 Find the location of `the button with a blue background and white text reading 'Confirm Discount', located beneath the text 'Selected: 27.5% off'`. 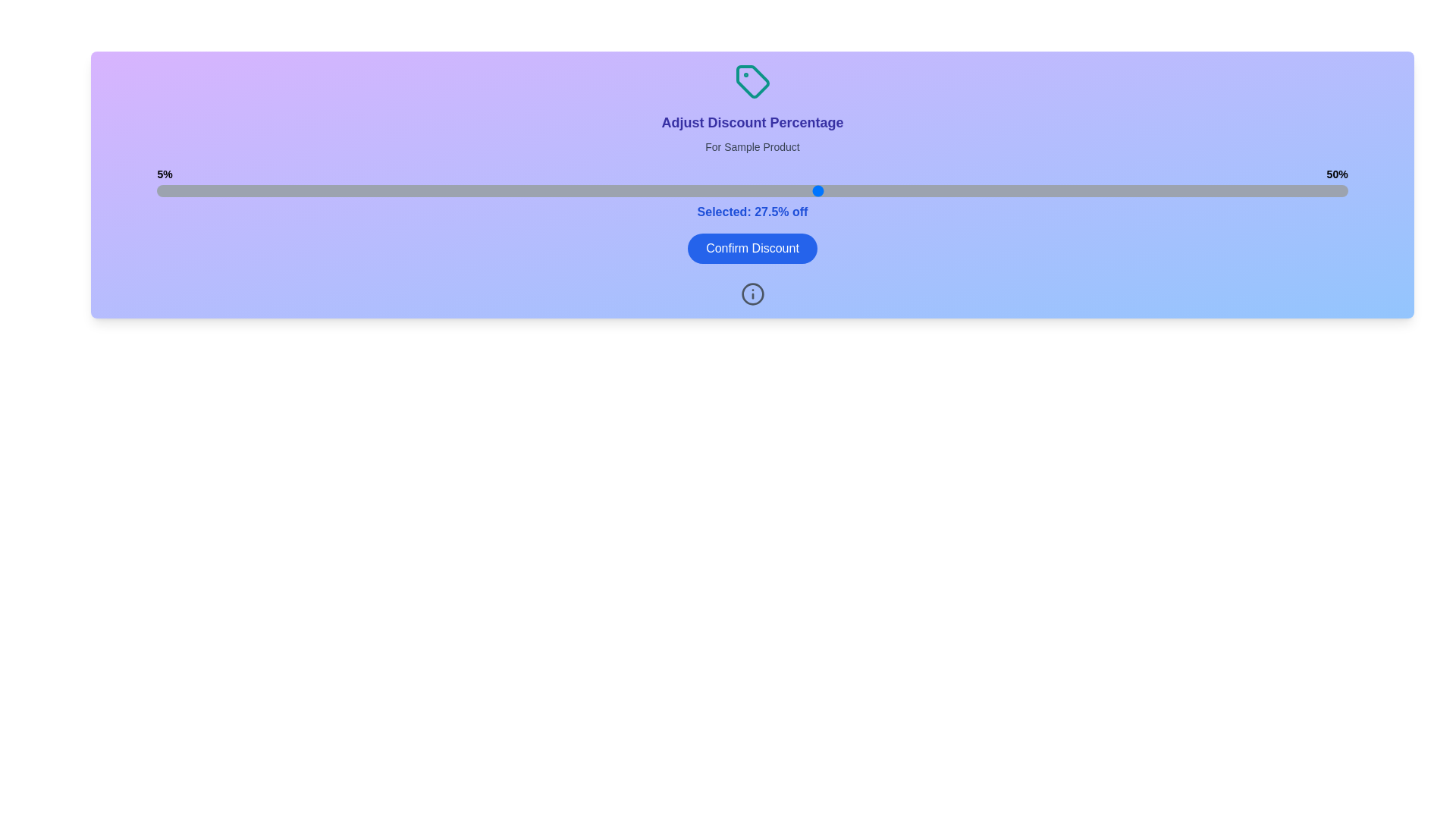

the button with a blue background and white text reading 'Confirm Discount', located beneath the text 'Selected: 27.5% off' is located at coordinates (752, 247).